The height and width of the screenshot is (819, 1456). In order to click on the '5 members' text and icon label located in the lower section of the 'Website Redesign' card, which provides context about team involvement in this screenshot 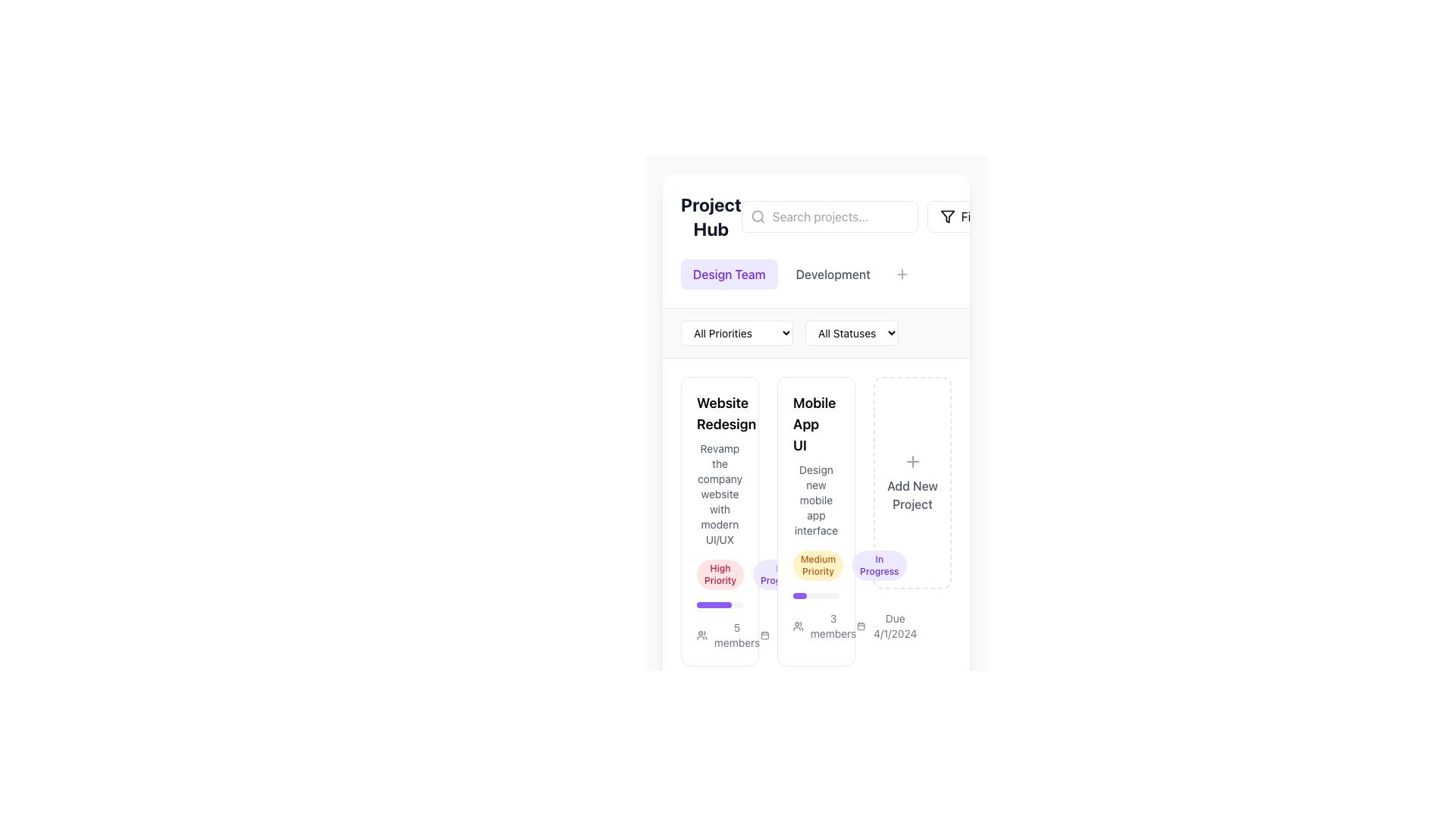, I will do `click(729, 635)`.